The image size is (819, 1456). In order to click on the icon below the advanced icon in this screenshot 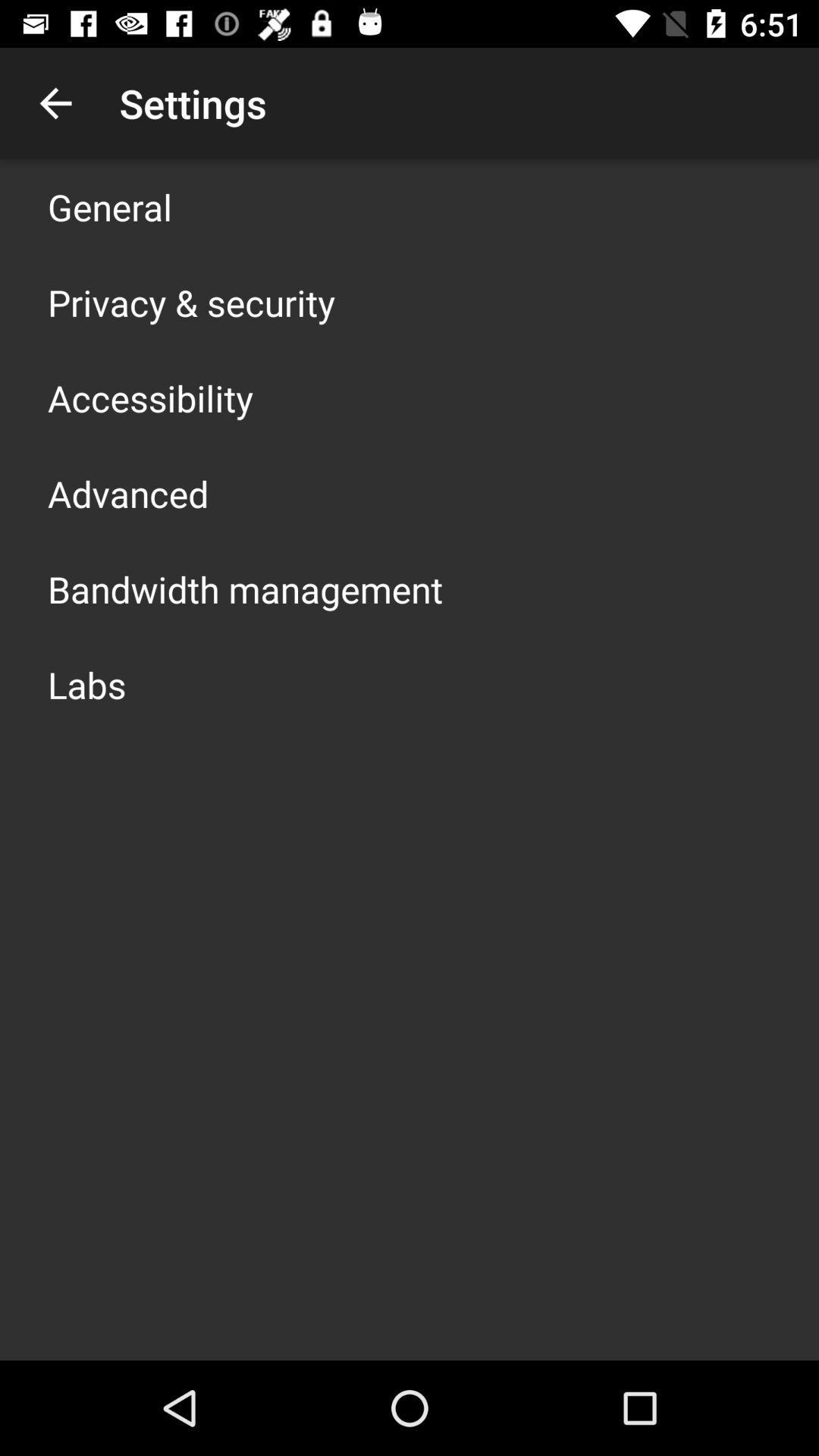, I will do `click(244, 588)`.